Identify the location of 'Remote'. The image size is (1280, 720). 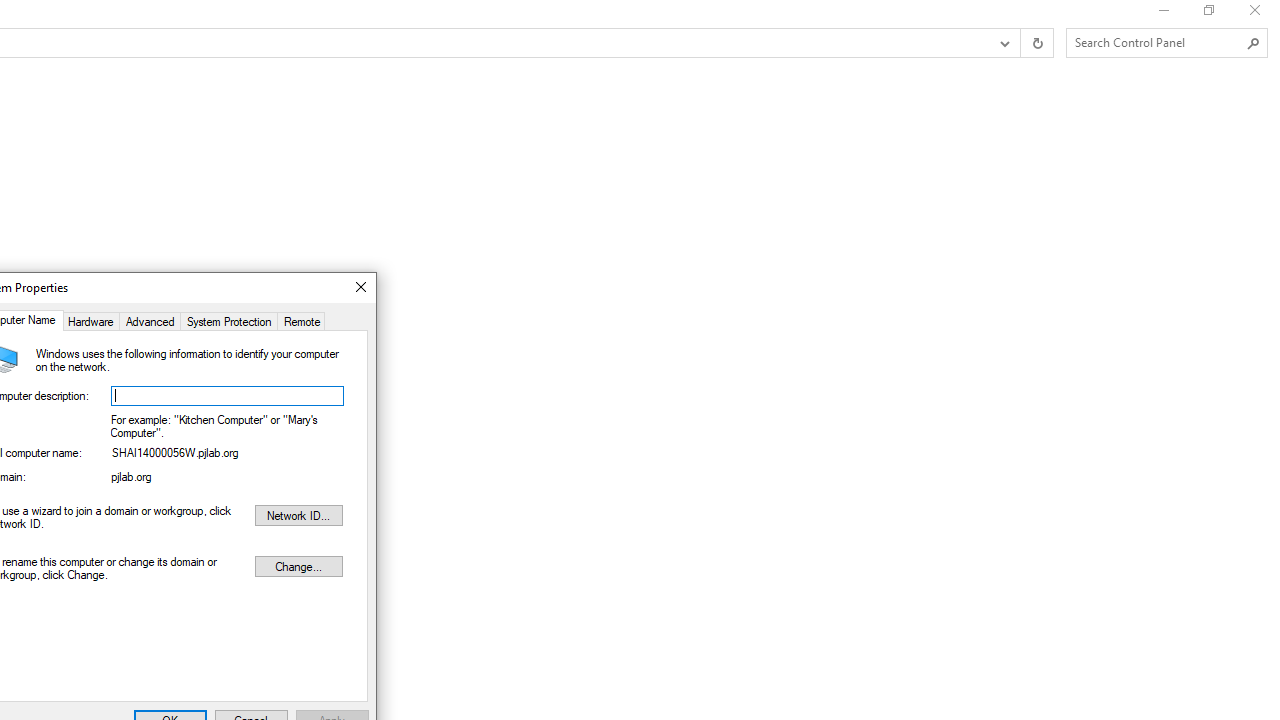
(301, 319).